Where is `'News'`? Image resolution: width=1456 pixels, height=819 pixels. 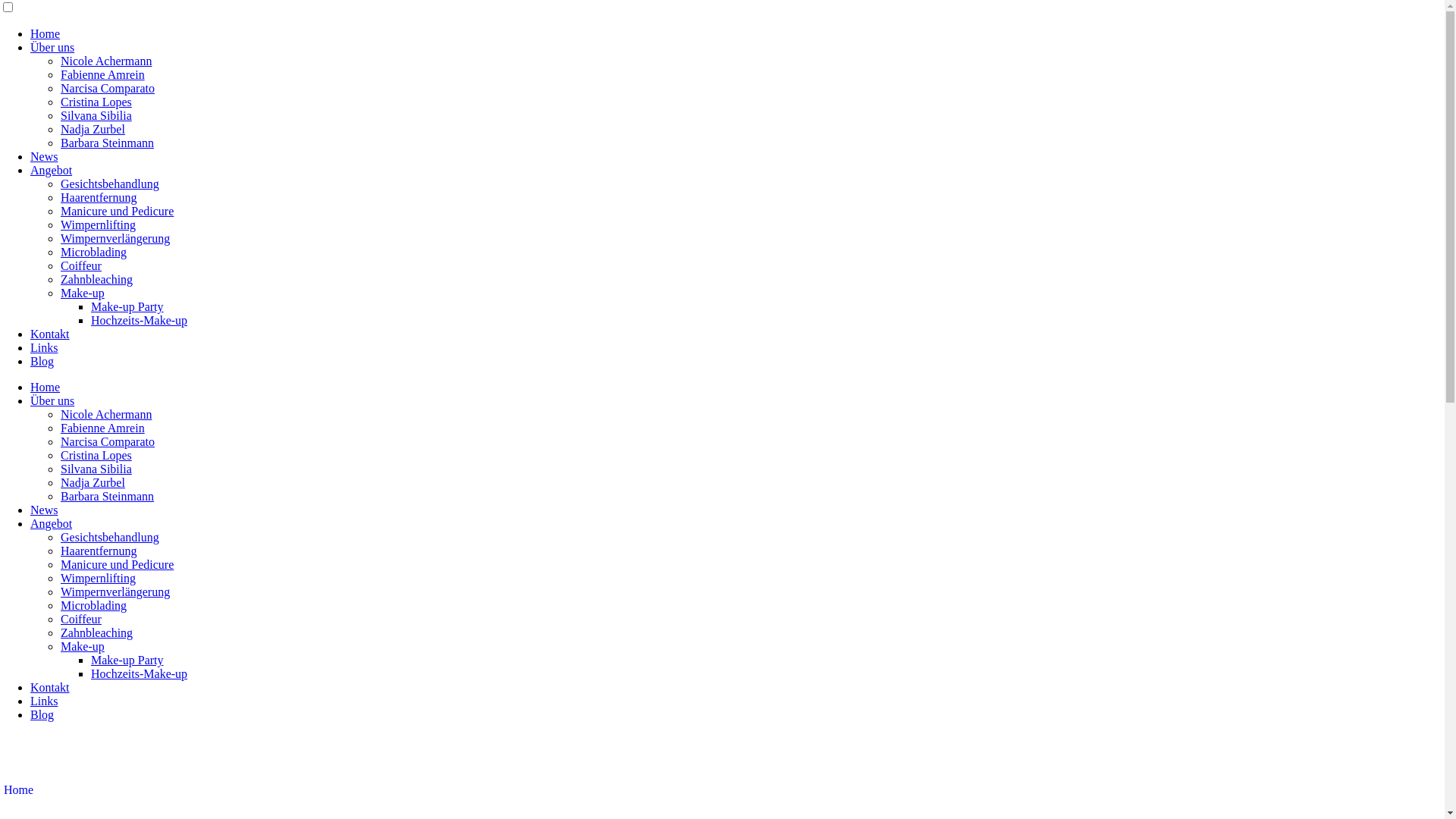 'News' is located at coordinates (43, 156).